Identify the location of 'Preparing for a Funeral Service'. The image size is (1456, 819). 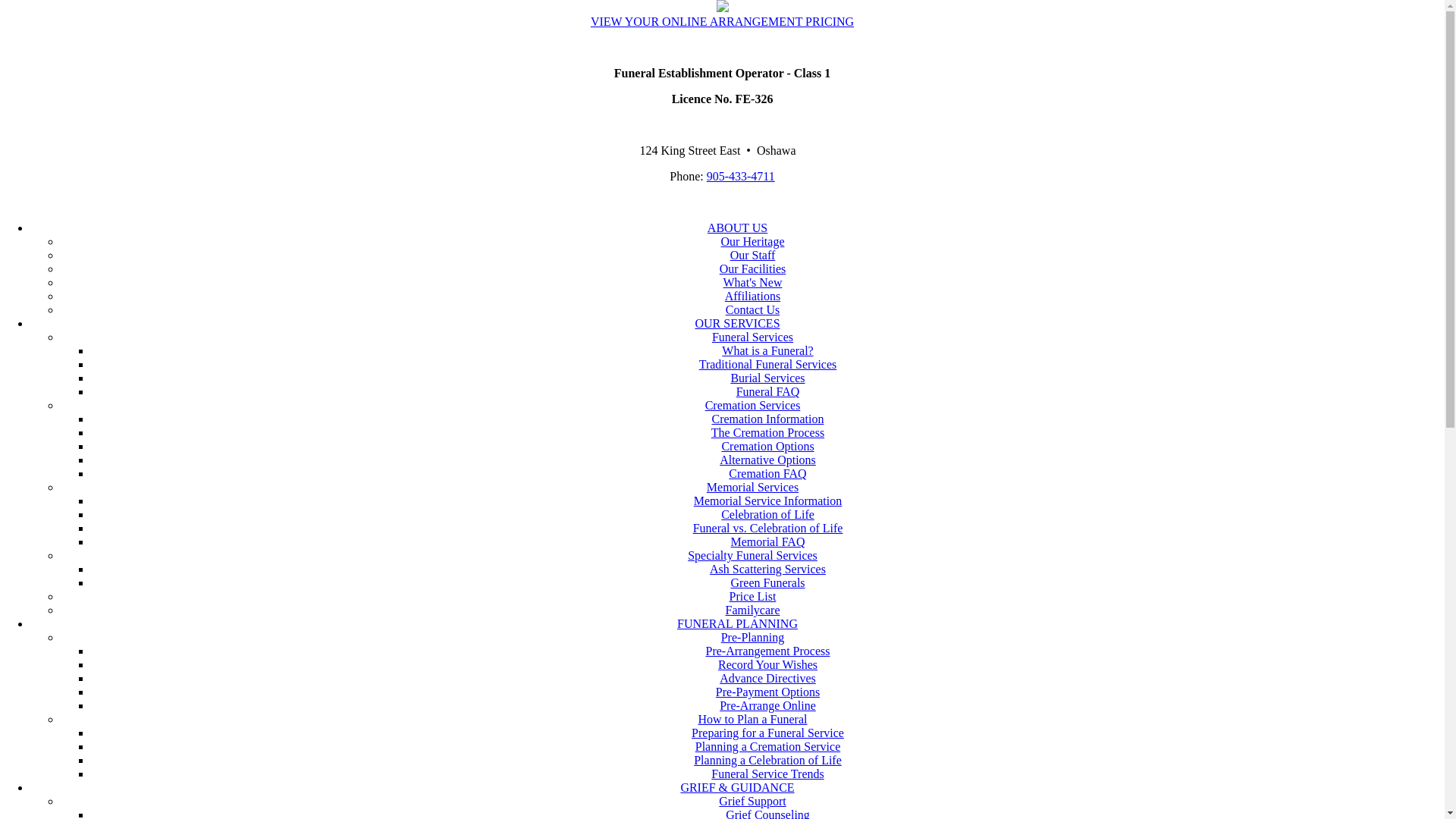
(767, 732).